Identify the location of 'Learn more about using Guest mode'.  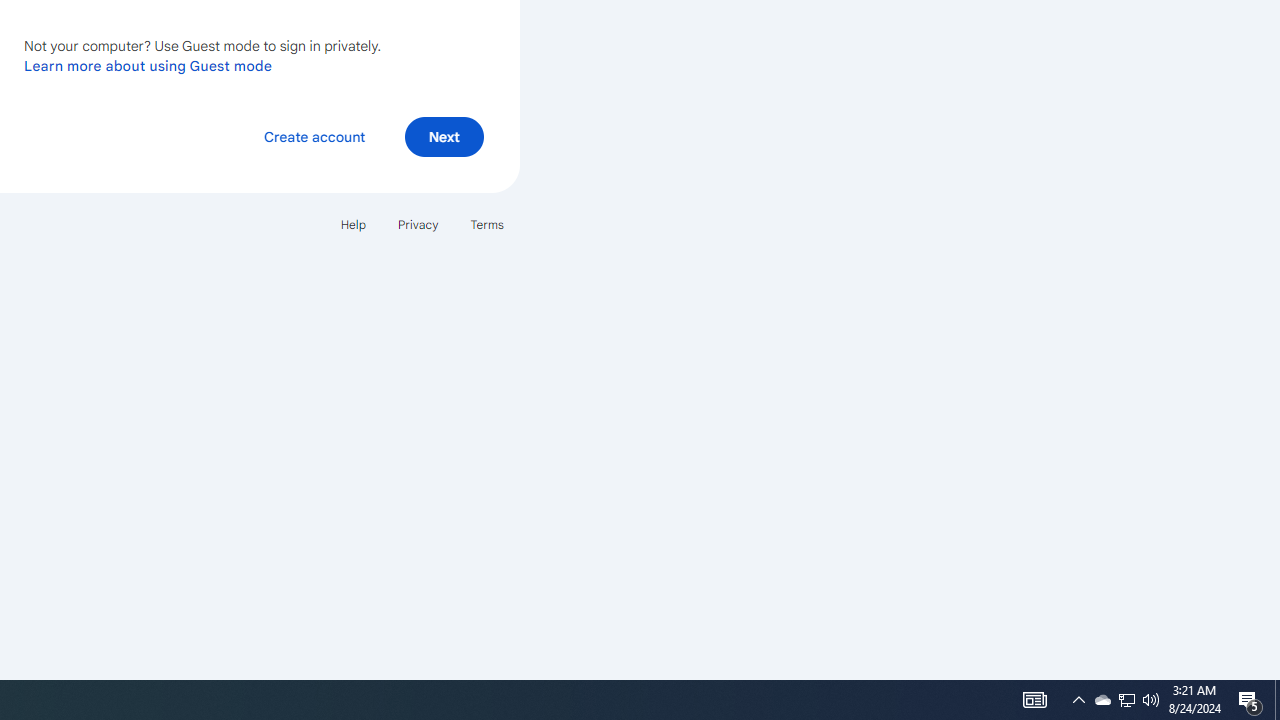
(147, 64).